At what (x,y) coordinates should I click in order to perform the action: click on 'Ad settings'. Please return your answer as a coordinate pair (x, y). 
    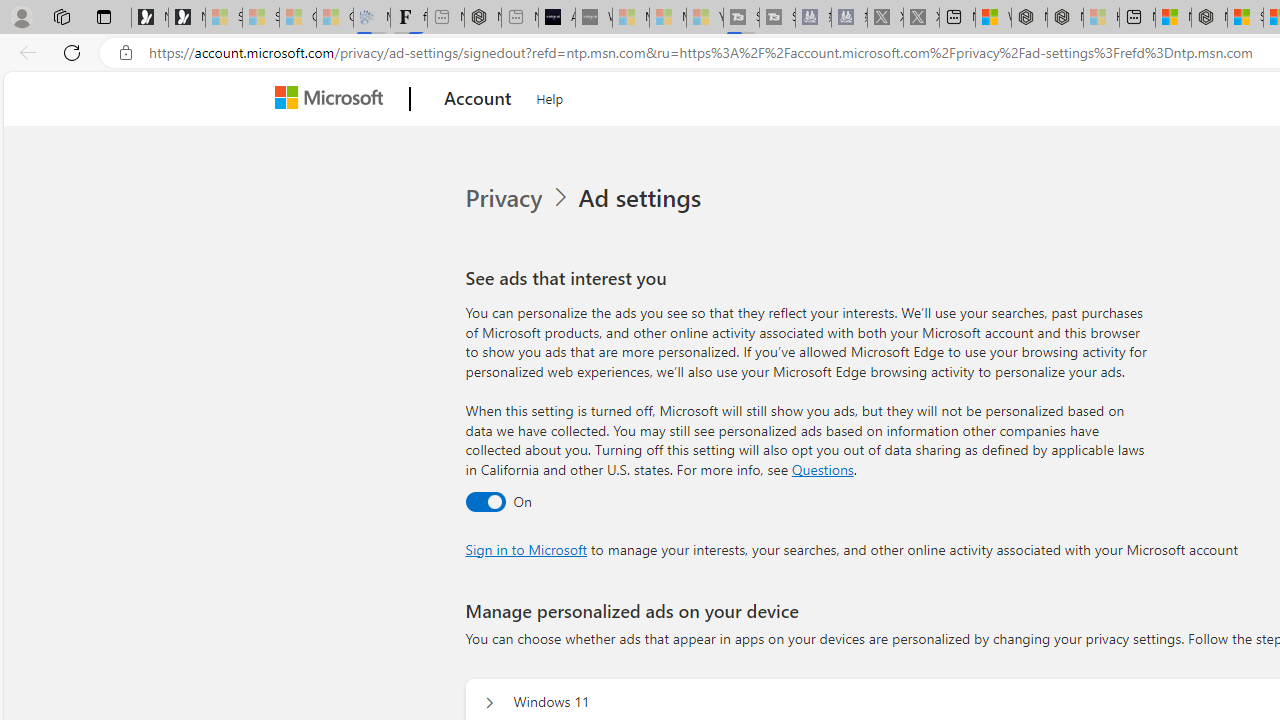
    Looking at the image, I should click on (643, 198).